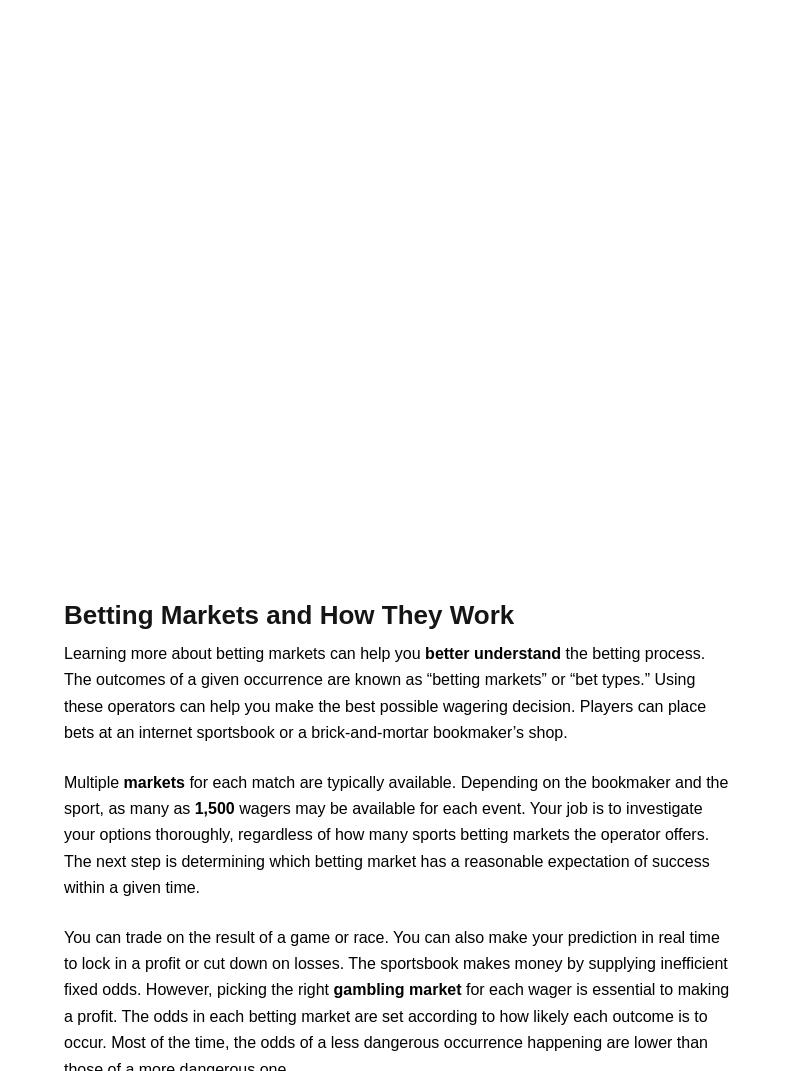 This screenshot has width=800, height=1071. Describe the element at coordinates (214, 806) in the screenshot. I see `'1,500'` at that location.